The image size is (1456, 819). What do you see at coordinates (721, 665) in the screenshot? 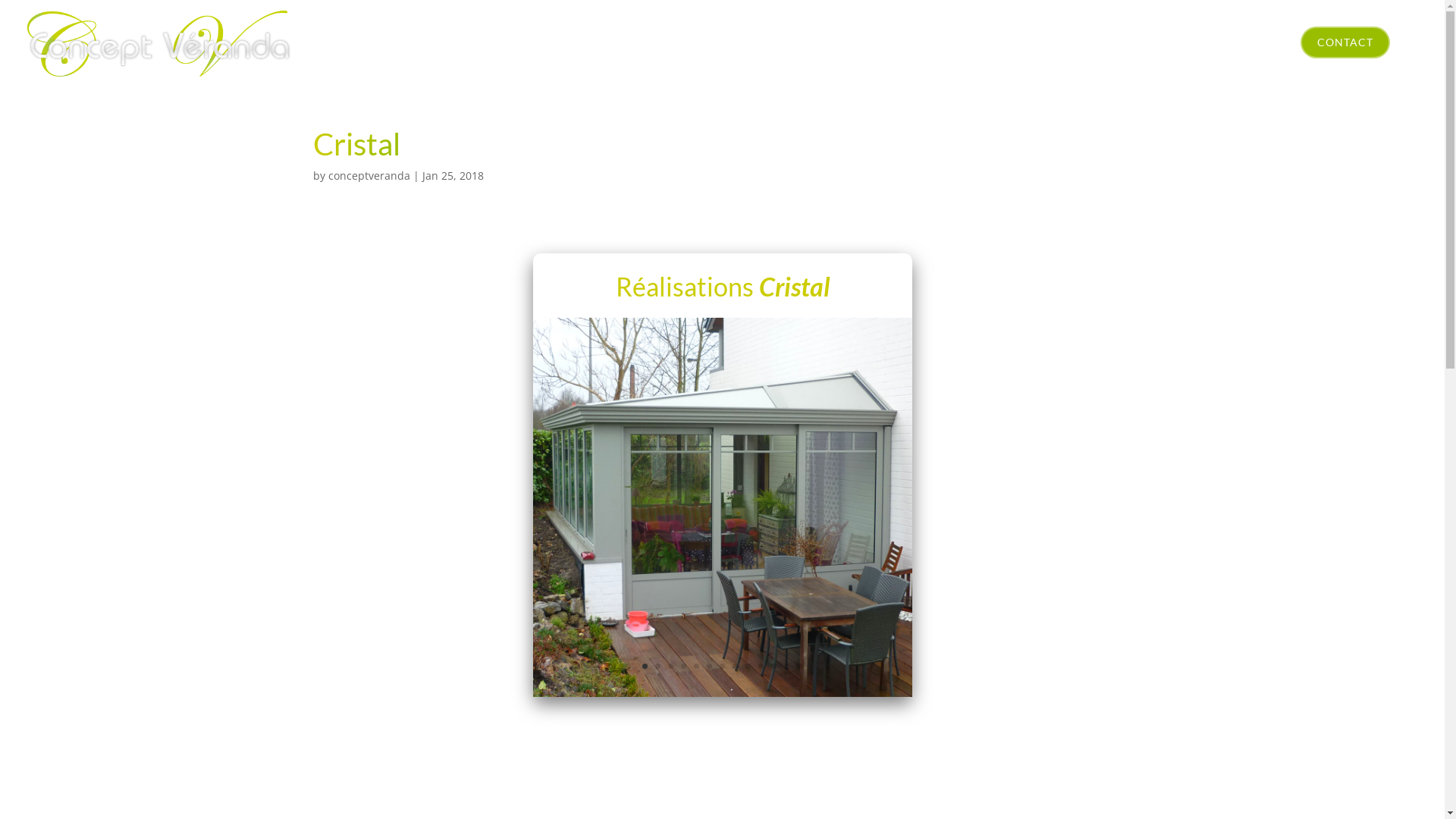
I see `'7'` at bounding box center [721, 665].